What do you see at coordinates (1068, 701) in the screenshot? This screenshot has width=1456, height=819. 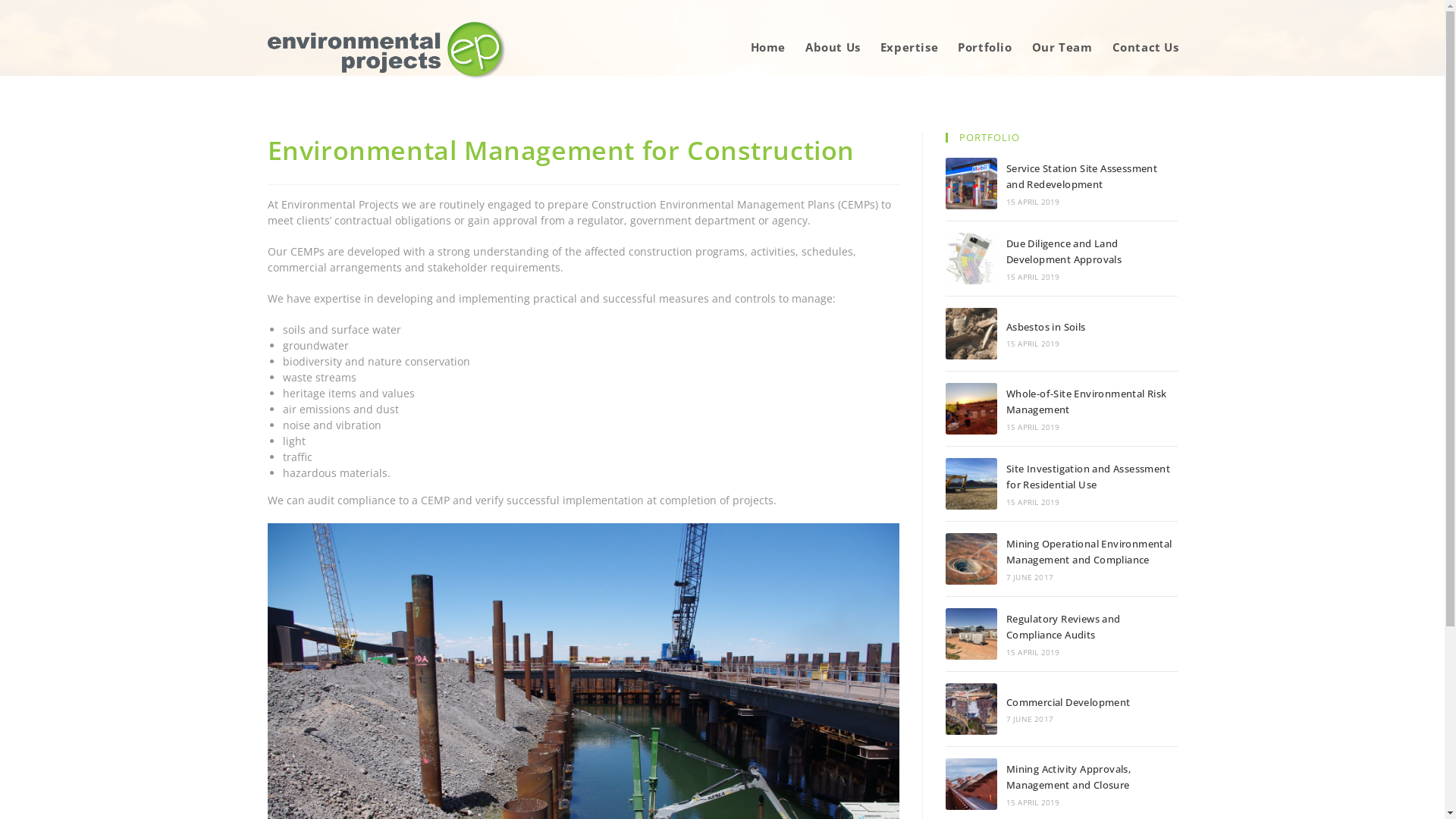 I see `'Commercial Development'` at bounding box center [1068, 701].